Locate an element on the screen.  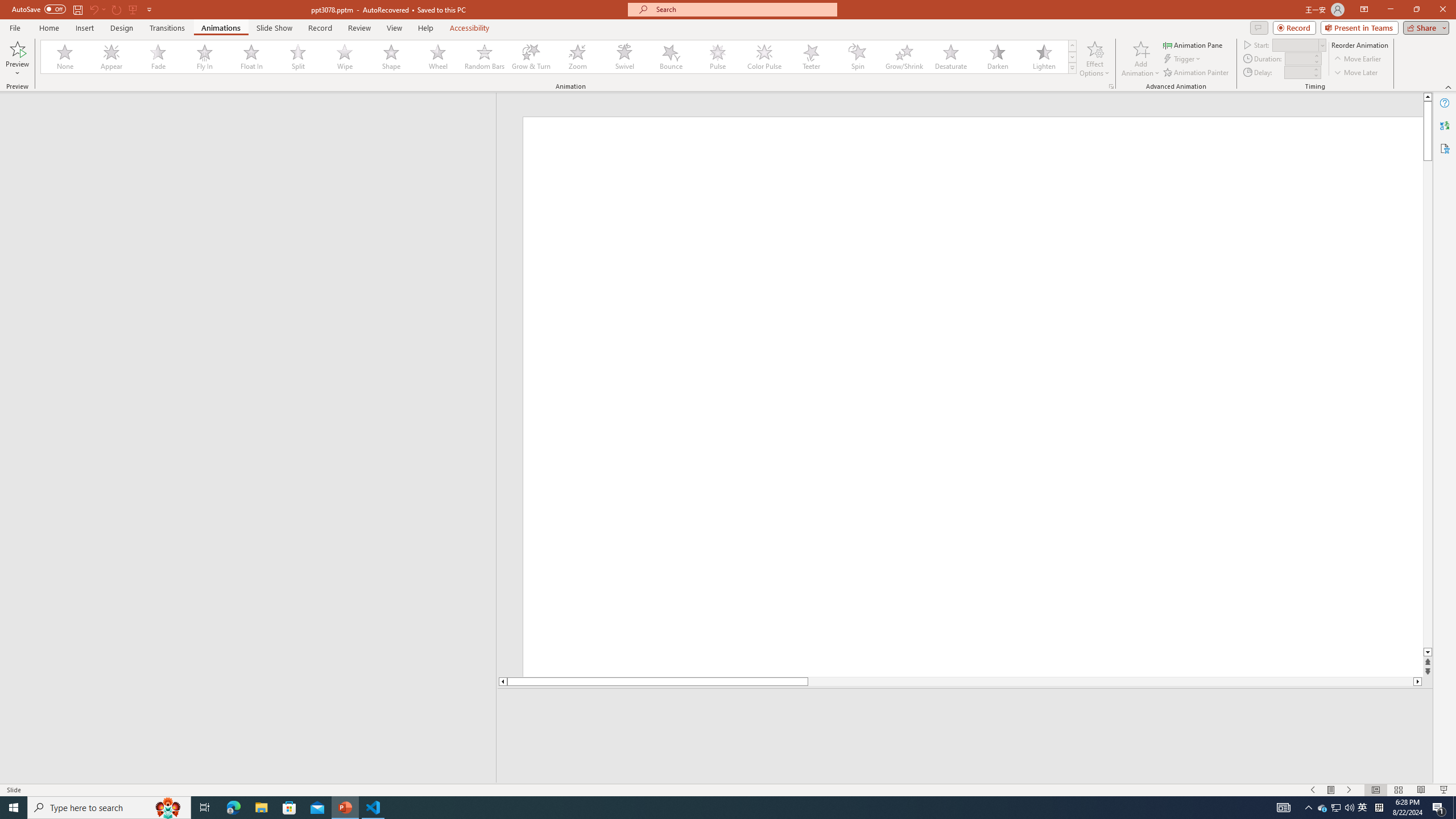
'Animation Styles' is located at coordinates (1072, 67).